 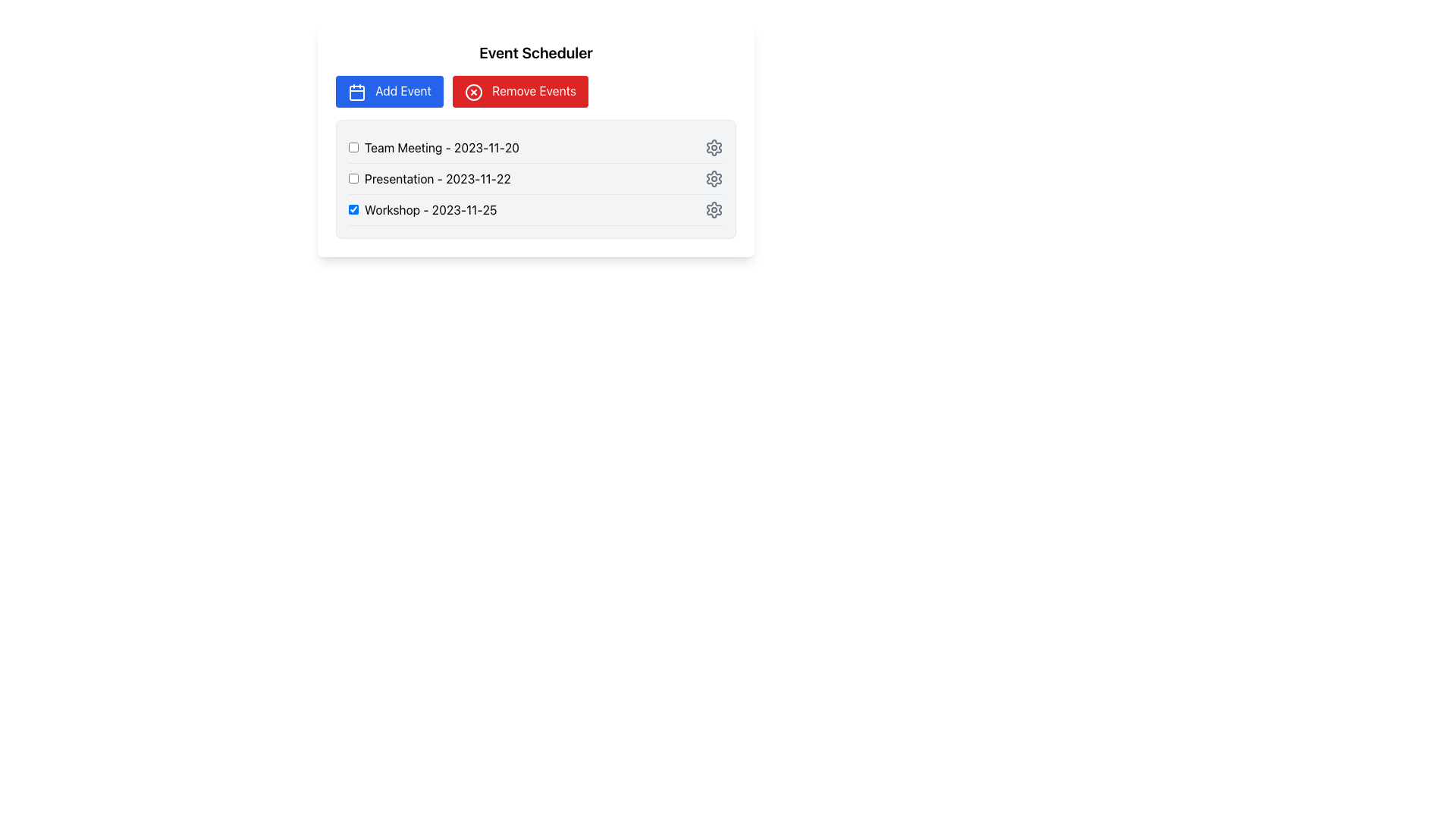 I want to click on the checkbox associated with the event 'Presentation - 2023-11-22', which is a small square checkbox located at the leftmost side of the row, so click(x=353, y=177).